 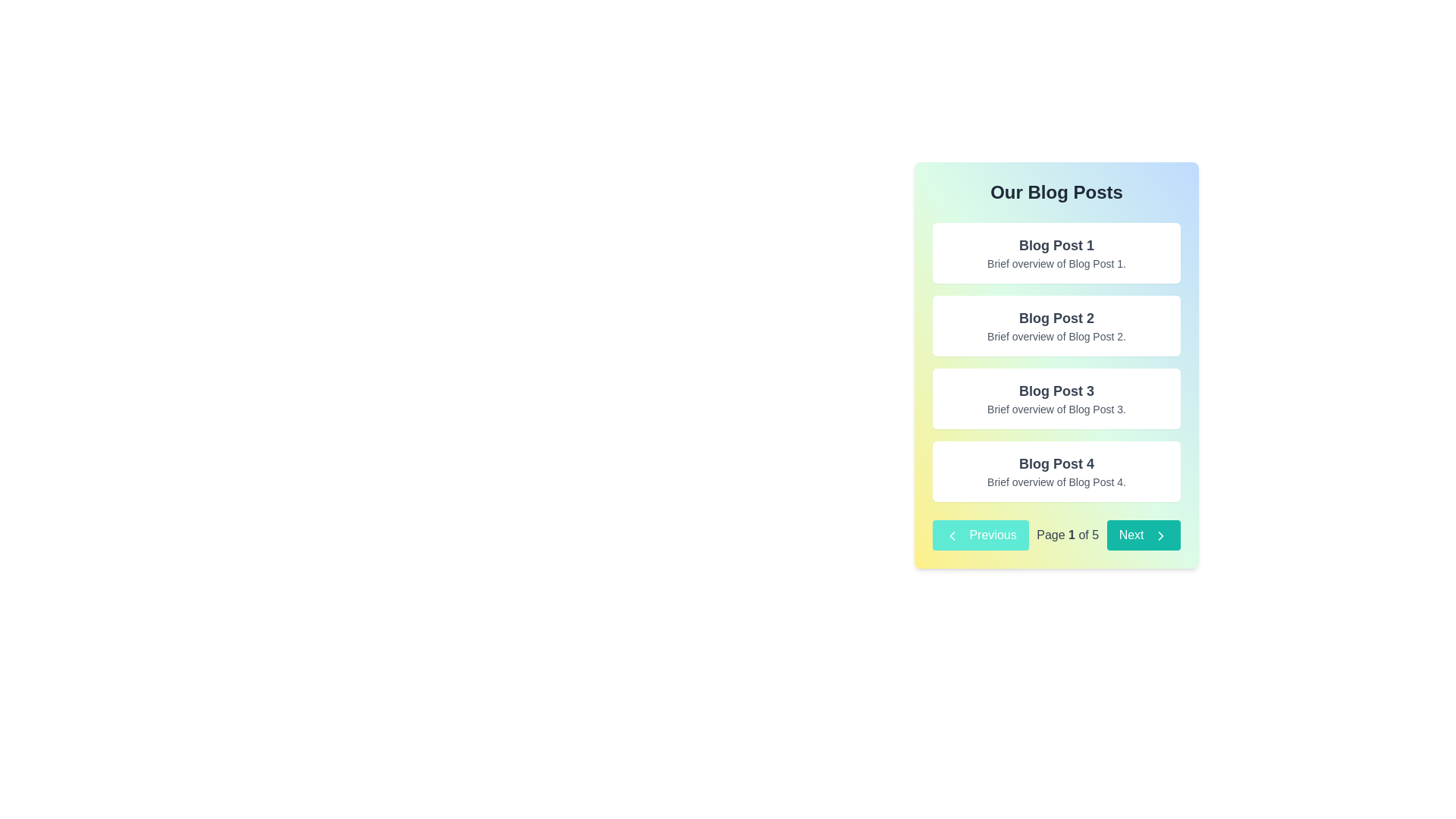 What do you see at coordinates (1071, 534) in the screenshot?
I see `the current page number displayed` at bounding box center [1071, 534].